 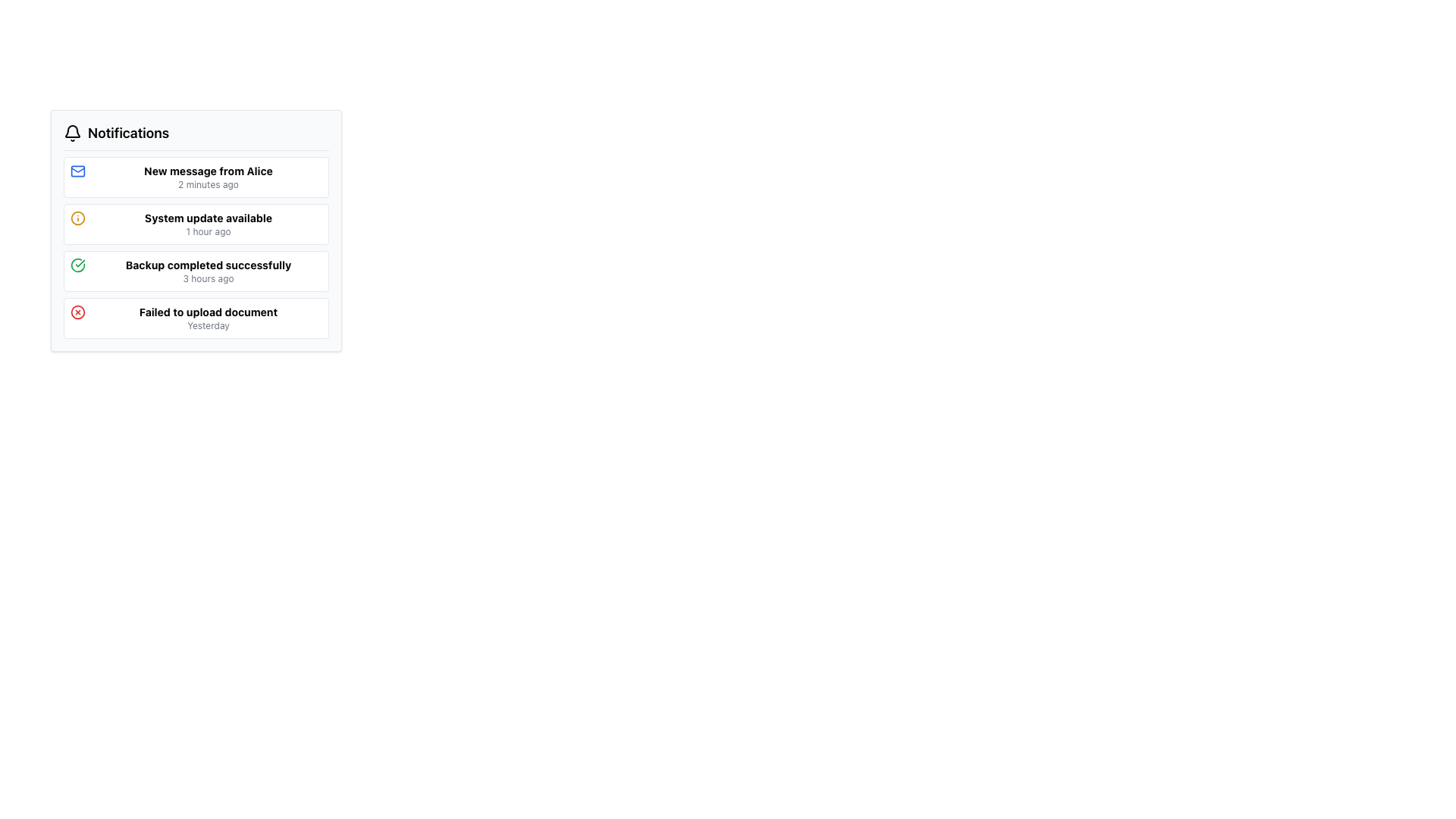 I want to click on text displayed in the notification title, which says 'New message from Alice', located at the top of the first notification block under the 'Notifications' section, so click(x=207, y=171).